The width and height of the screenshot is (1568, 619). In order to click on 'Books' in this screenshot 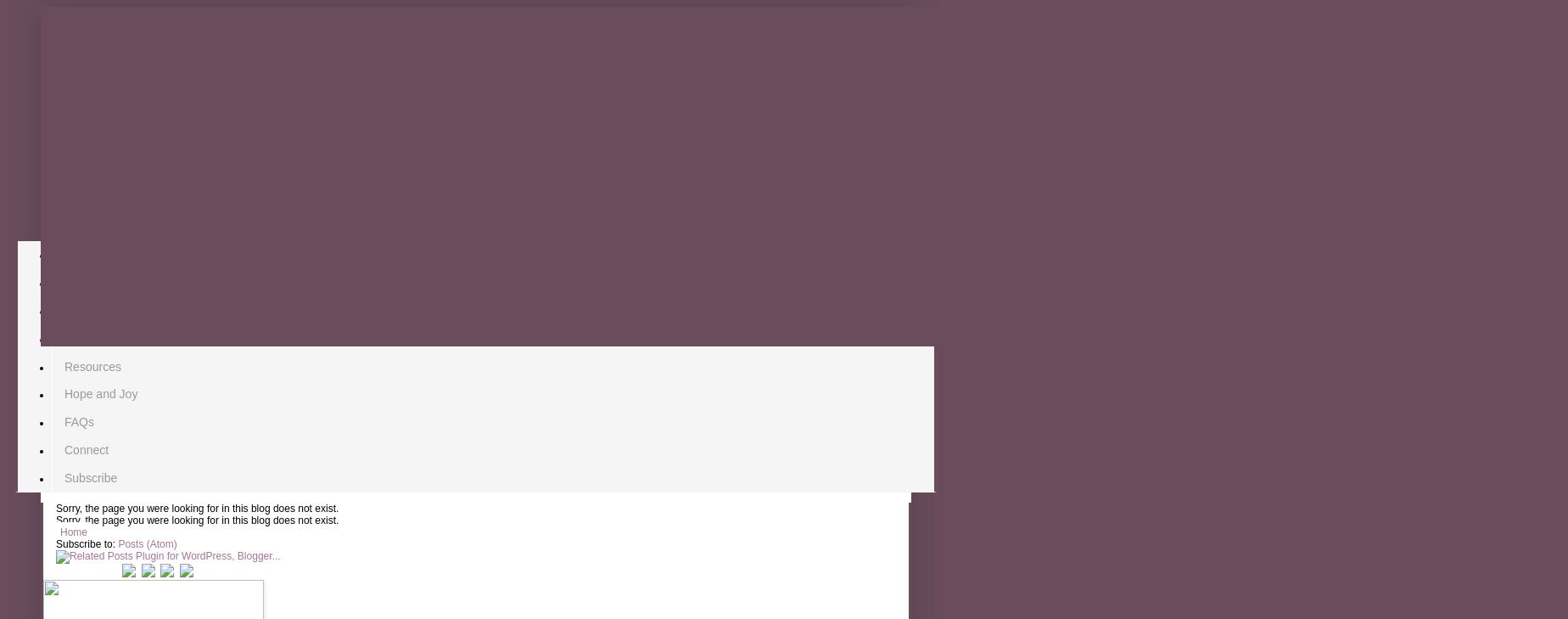, I will do `click(64, 309)`.